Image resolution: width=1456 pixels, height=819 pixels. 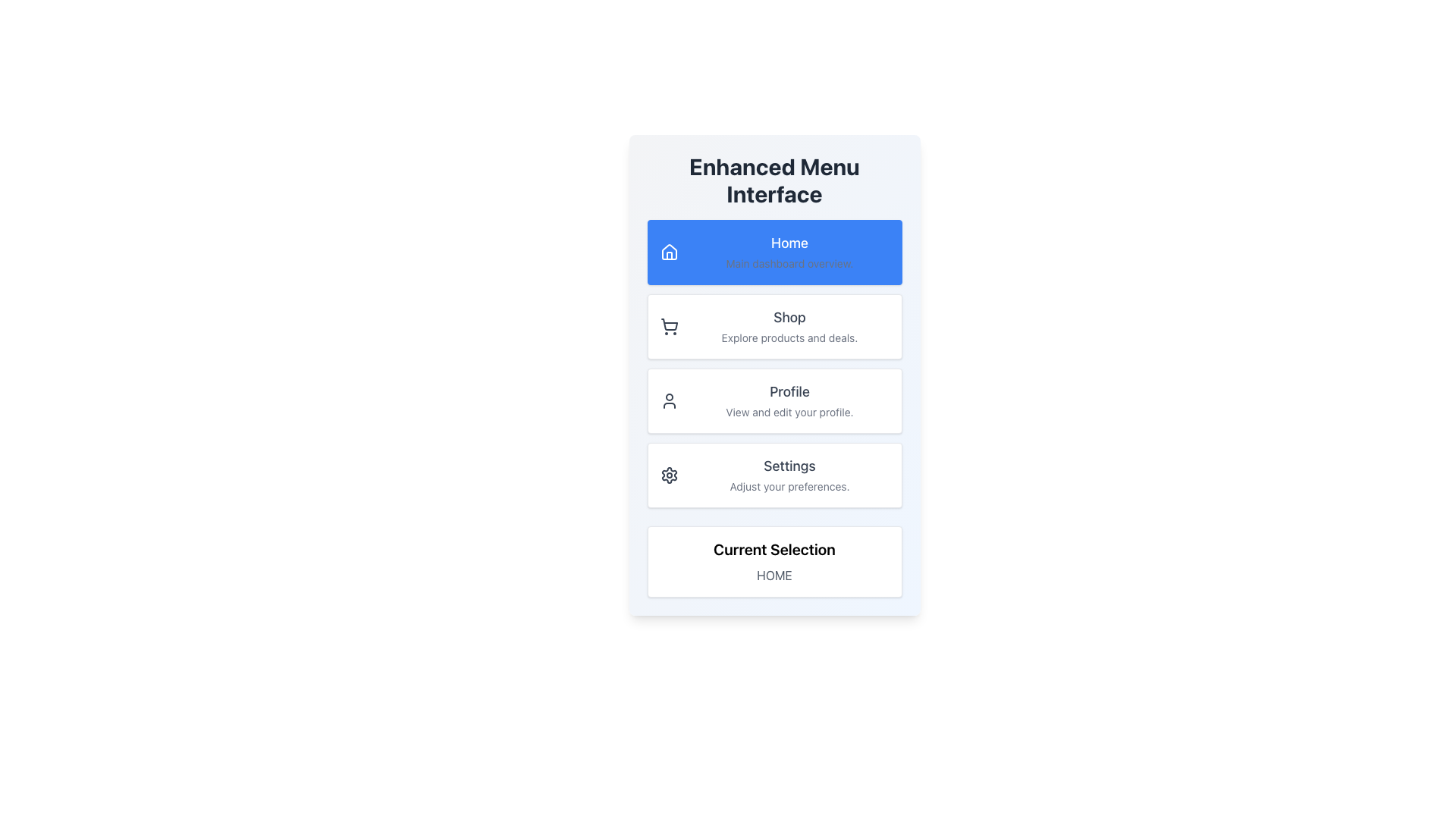 What do you see at coordinates (668, 251) in the screenshot?
I see `the 'Home' icon, which is positioned within the blue button labeled 'Home' on the left side of a vertical list of buttons` at bounding box center [668, 251].